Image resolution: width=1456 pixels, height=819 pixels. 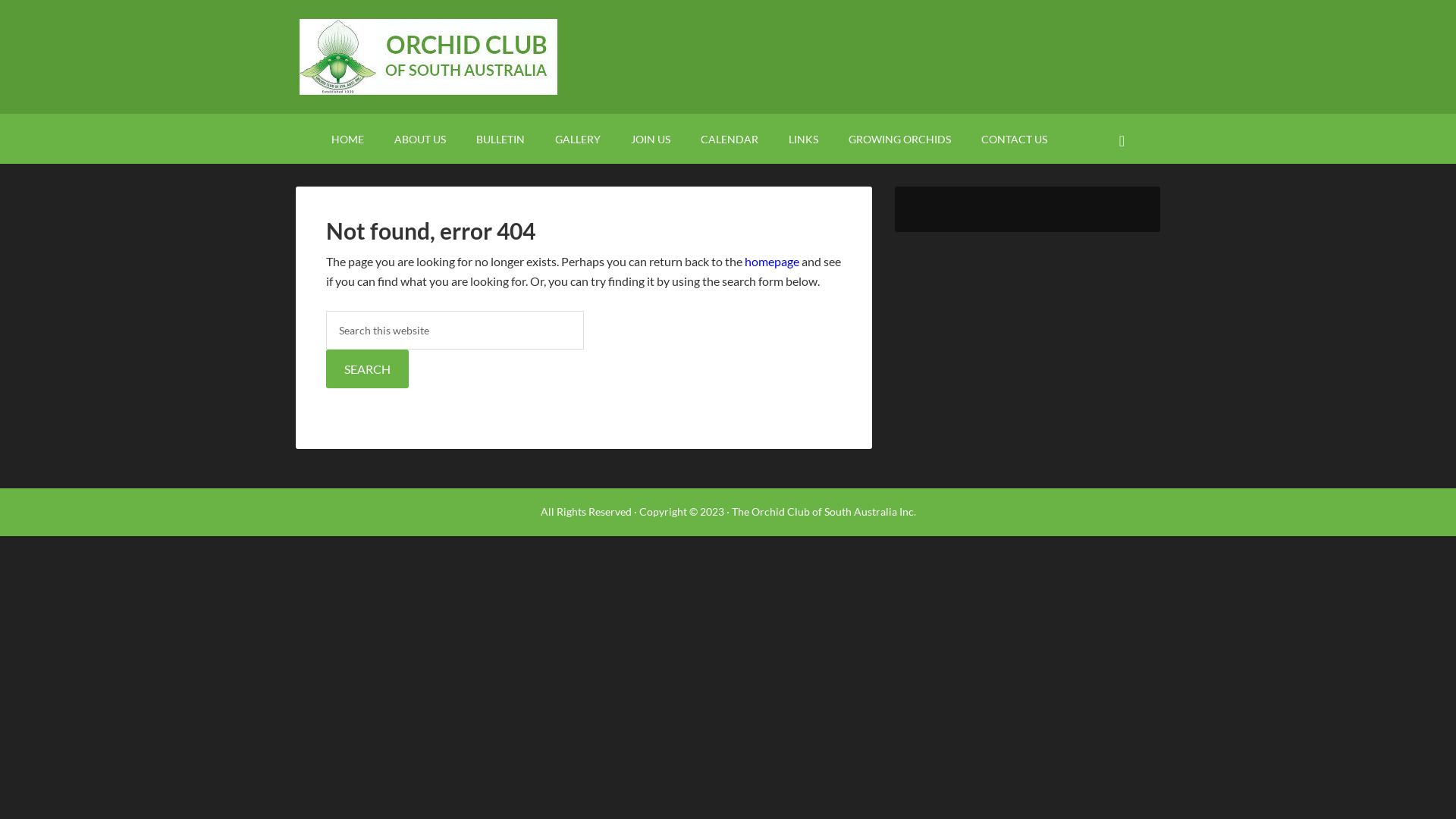 What do you see at coordinates (899, 138) in the screenshot?
I see `'GROWING ORCHIDS'` at bounding box center [899, 138].